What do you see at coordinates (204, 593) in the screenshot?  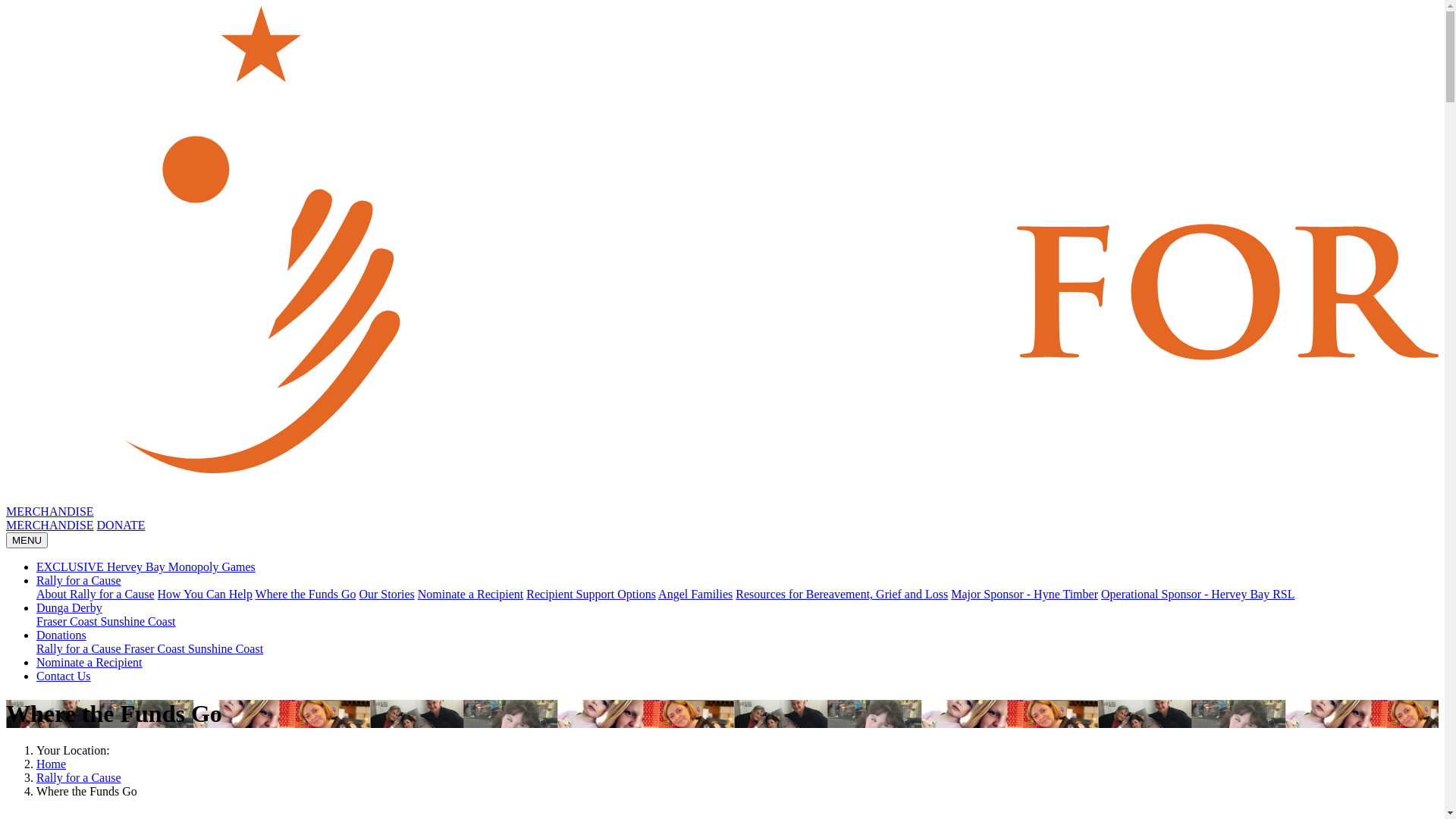 I see `'How You Can Help'` at bounding box center [204, 593].